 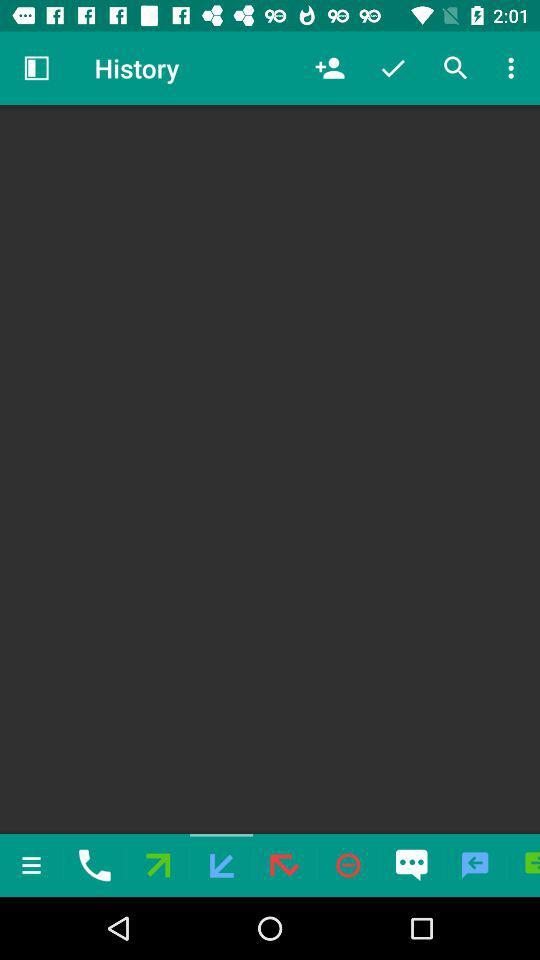 What do you see at coordinates (329, 68) in the screenshot?
I see `the icon to the right of the history icon` at bounding box center [329, 68].